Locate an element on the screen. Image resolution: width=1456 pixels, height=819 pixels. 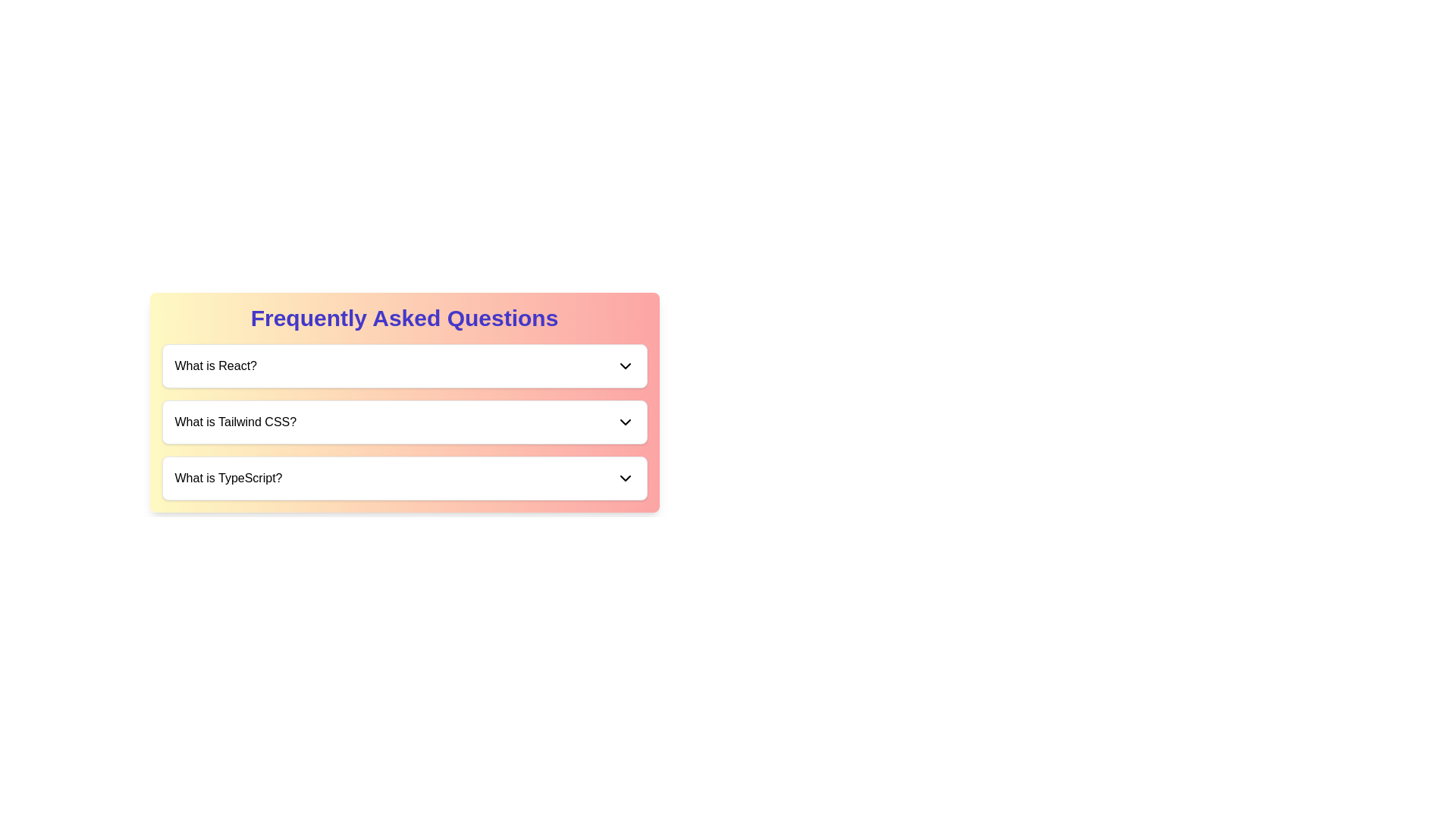
the left-aligned text label for the first question in the FAQ section, which is located to the left of the dropdown indicator icon is located at coordinates (215, 366).